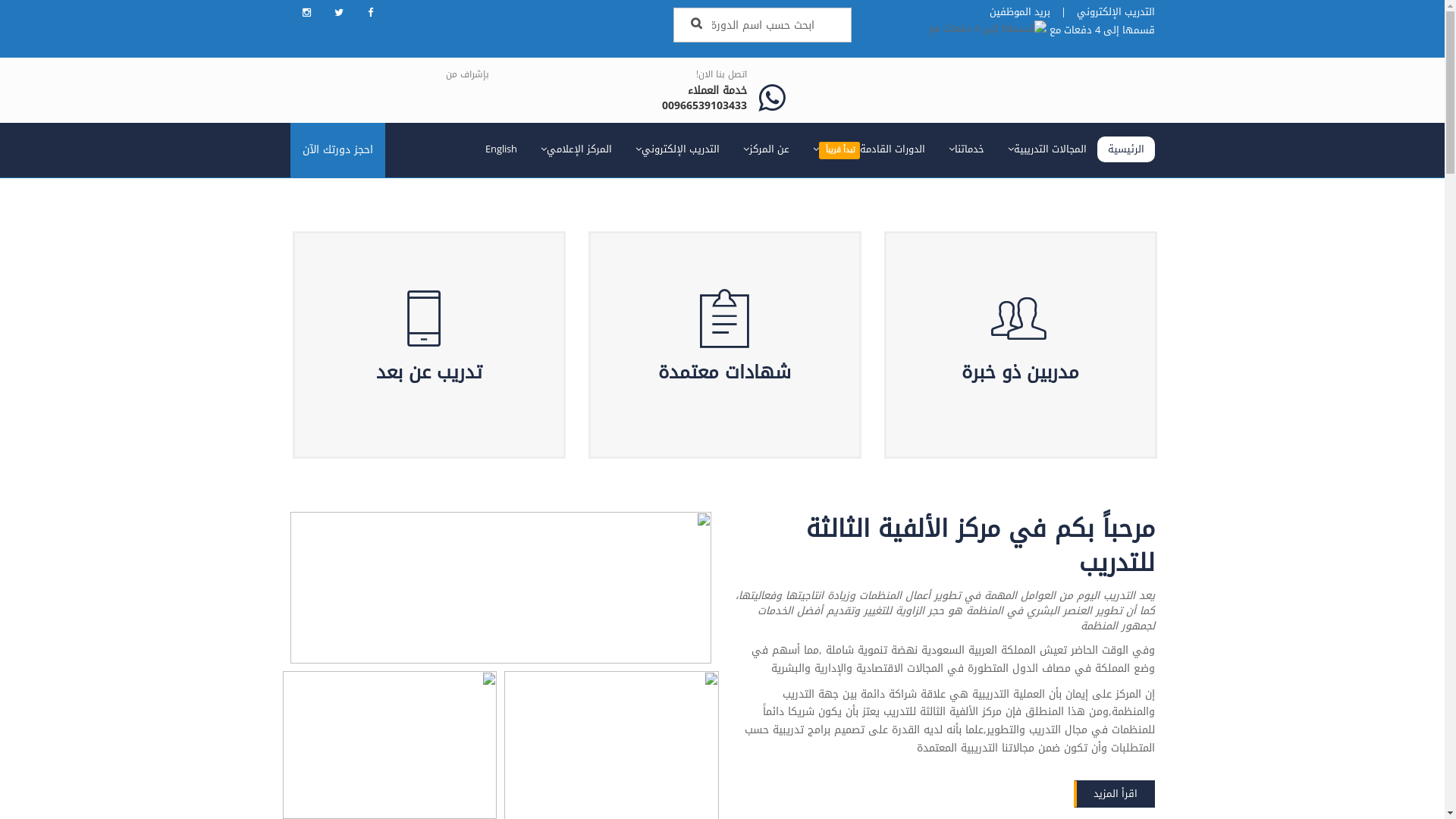  What do you see at coordinates (501, 149) in the screenshot?
I see `'English'` at bounding box center [501, 149].